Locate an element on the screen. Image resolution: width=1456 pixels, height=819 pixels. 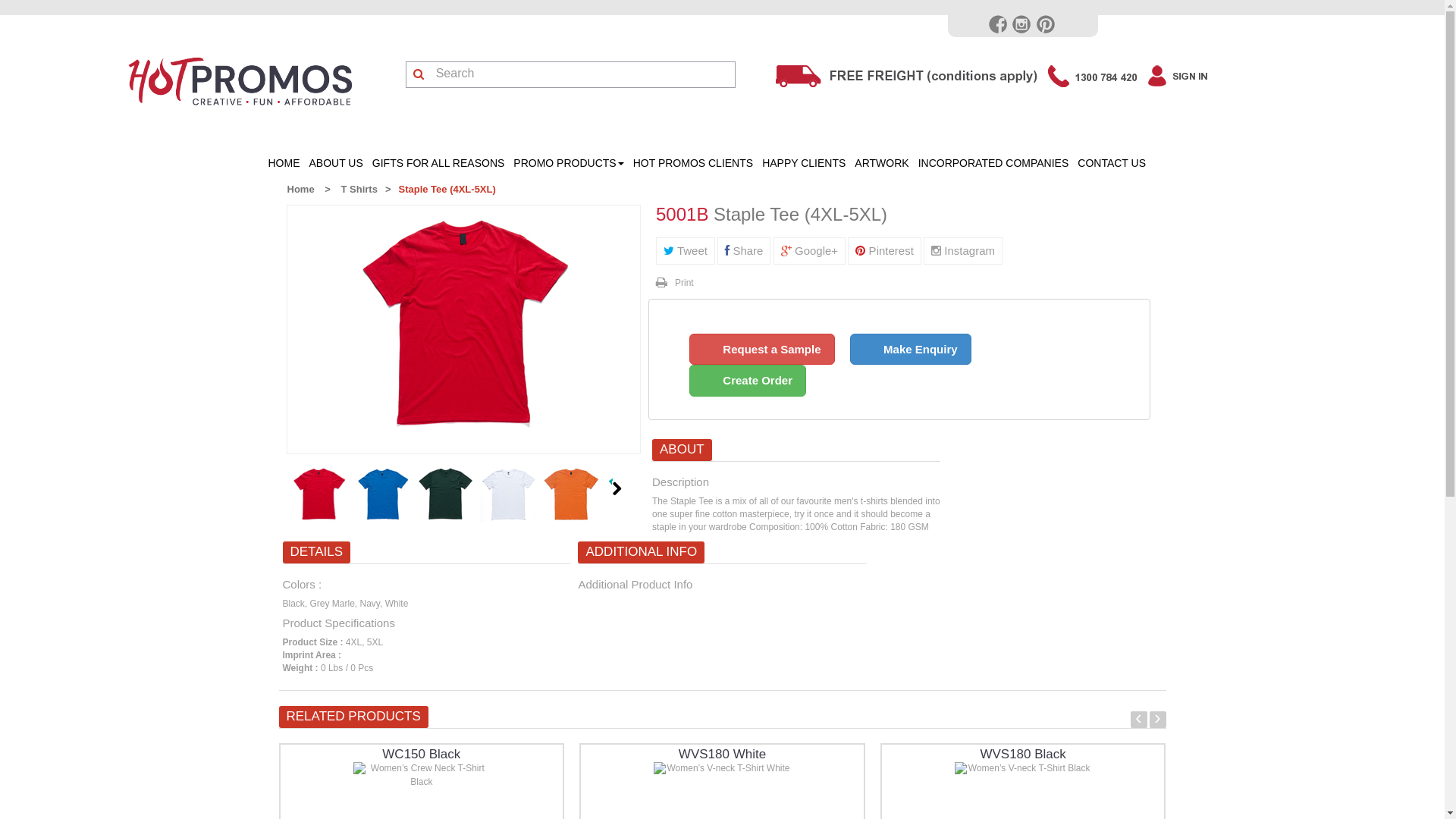
'HAPPY CLIENTS' is located at coordinates (803, 163).